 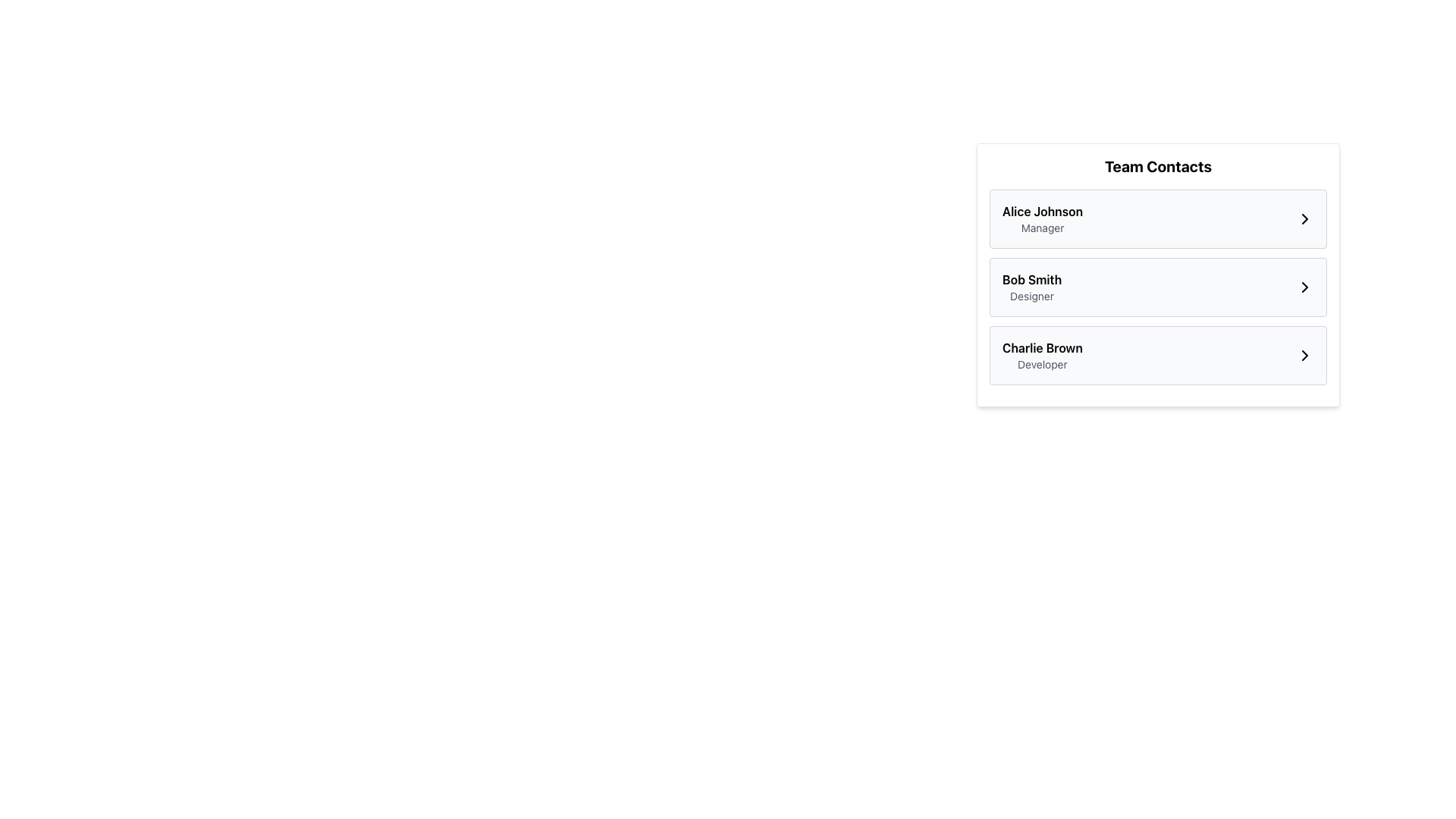 What do you see at coordinates (1042, 219) in the screenshot?
I see `the first element in the vertical list inside the 'Team Contacts' card that displays the name and title of a team contact` at bounding box center [1042, 219].